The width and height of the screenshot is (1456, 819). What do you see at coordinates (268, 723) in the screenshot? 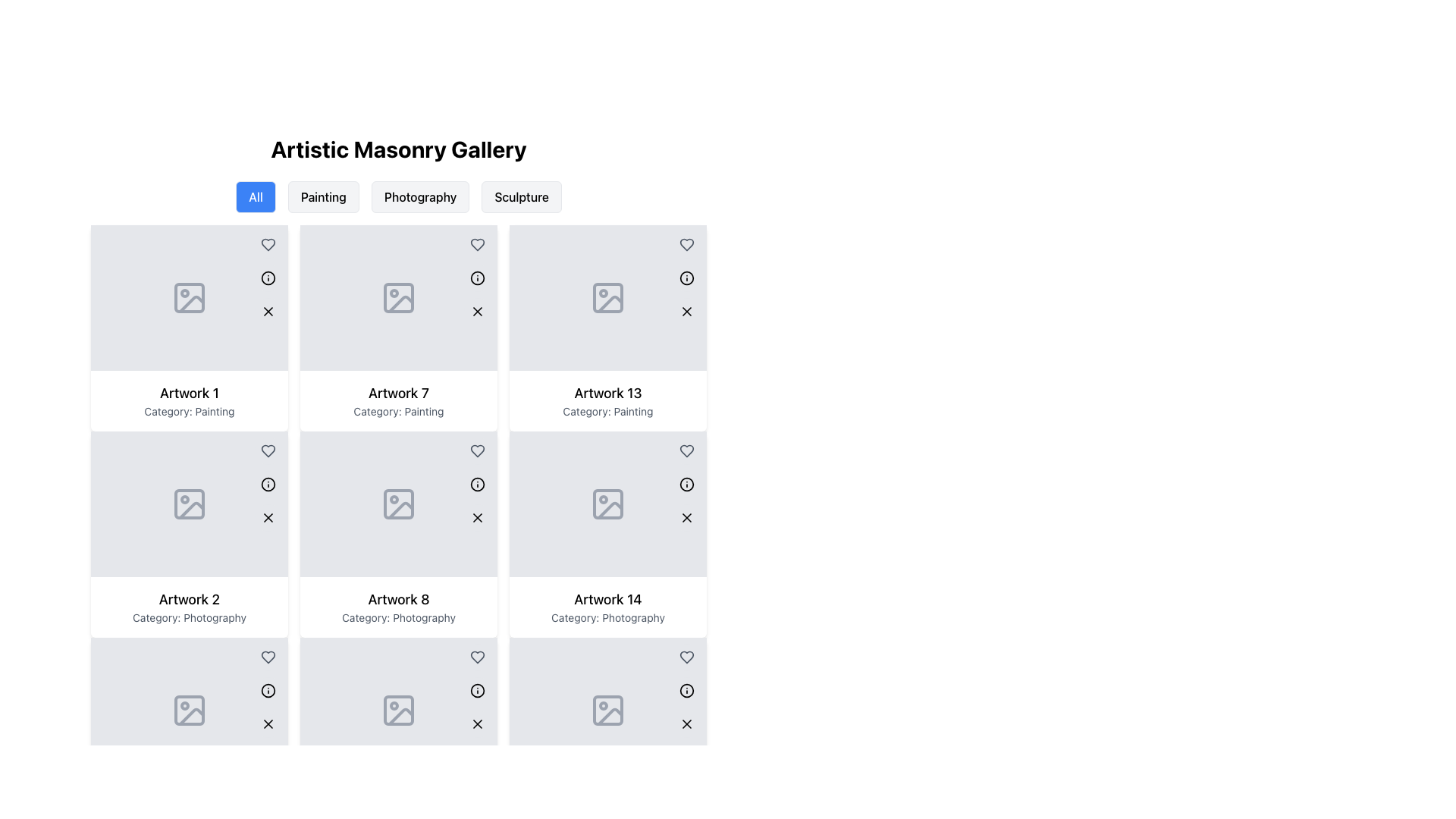
I see `the circular button with a light gray background and a black 'X' icon located in the bottom-right corner of the card for 'Artwork 2'` at bounding box center [268, 723].